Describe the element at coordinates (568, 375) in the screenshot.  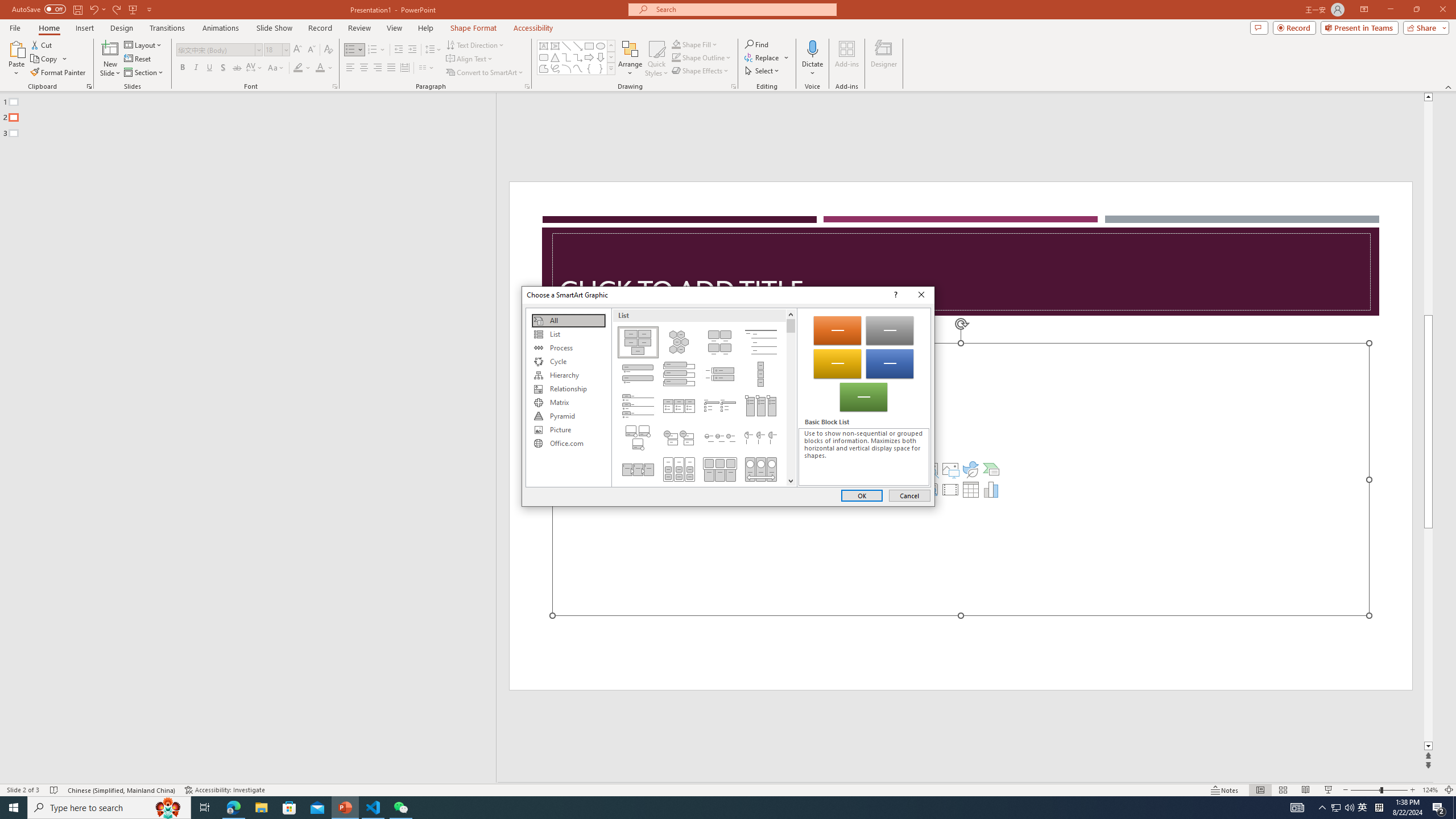
I see `'Hierarchy'` at that location.